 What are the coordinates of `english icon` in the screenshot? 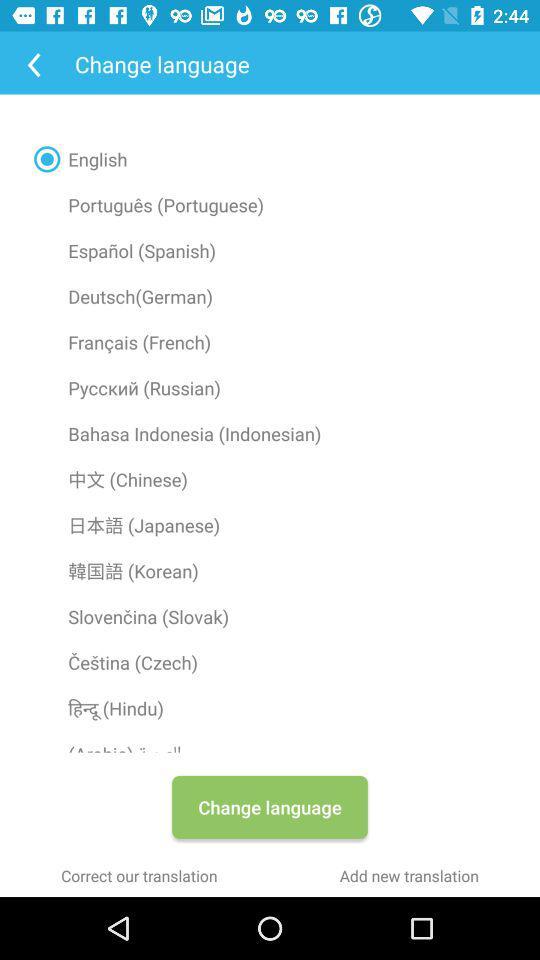 It's located at (270, 158).